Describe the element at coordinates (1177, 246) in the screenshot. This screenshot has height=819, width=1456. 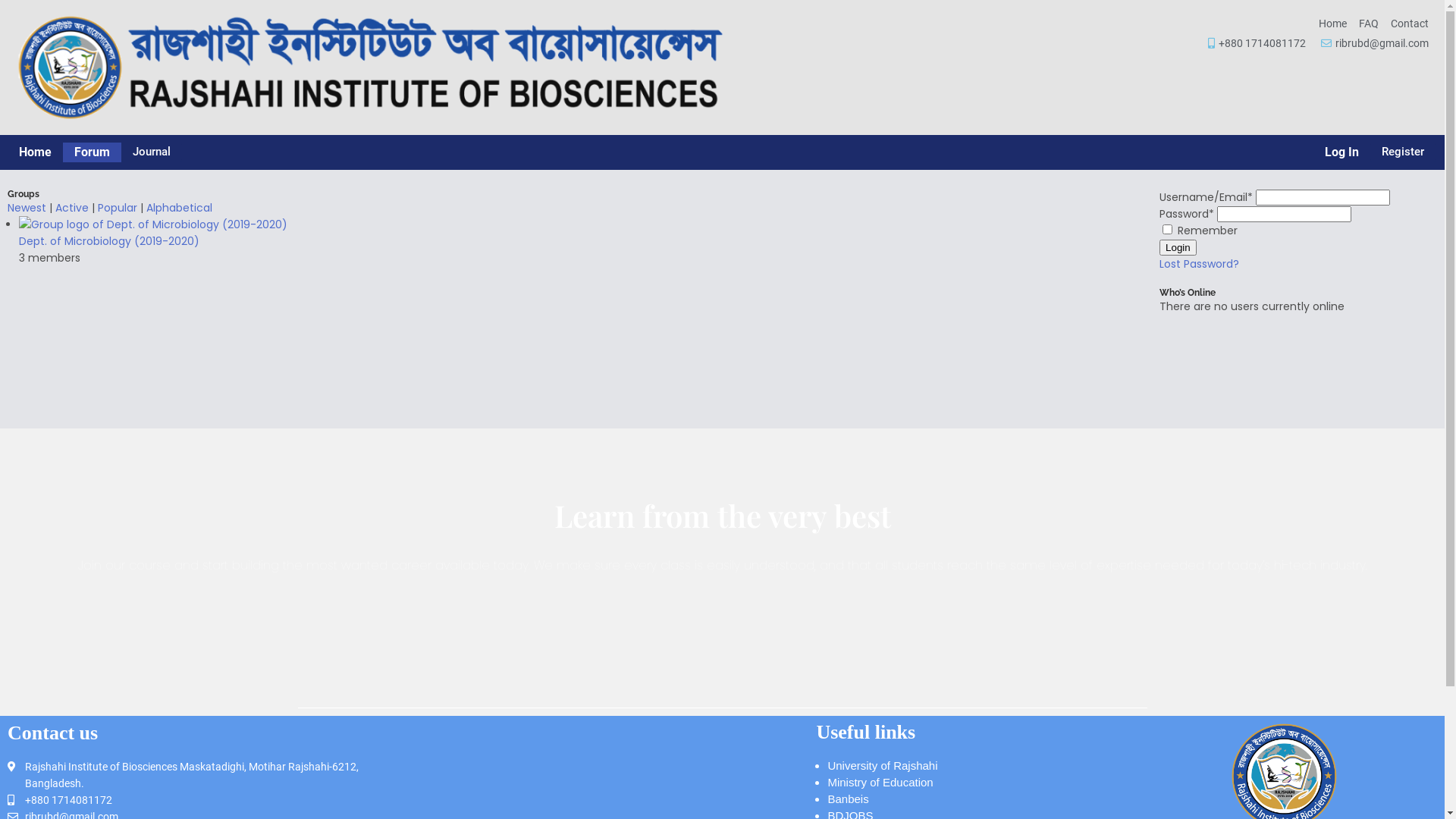
I see `'Login'` at that location.